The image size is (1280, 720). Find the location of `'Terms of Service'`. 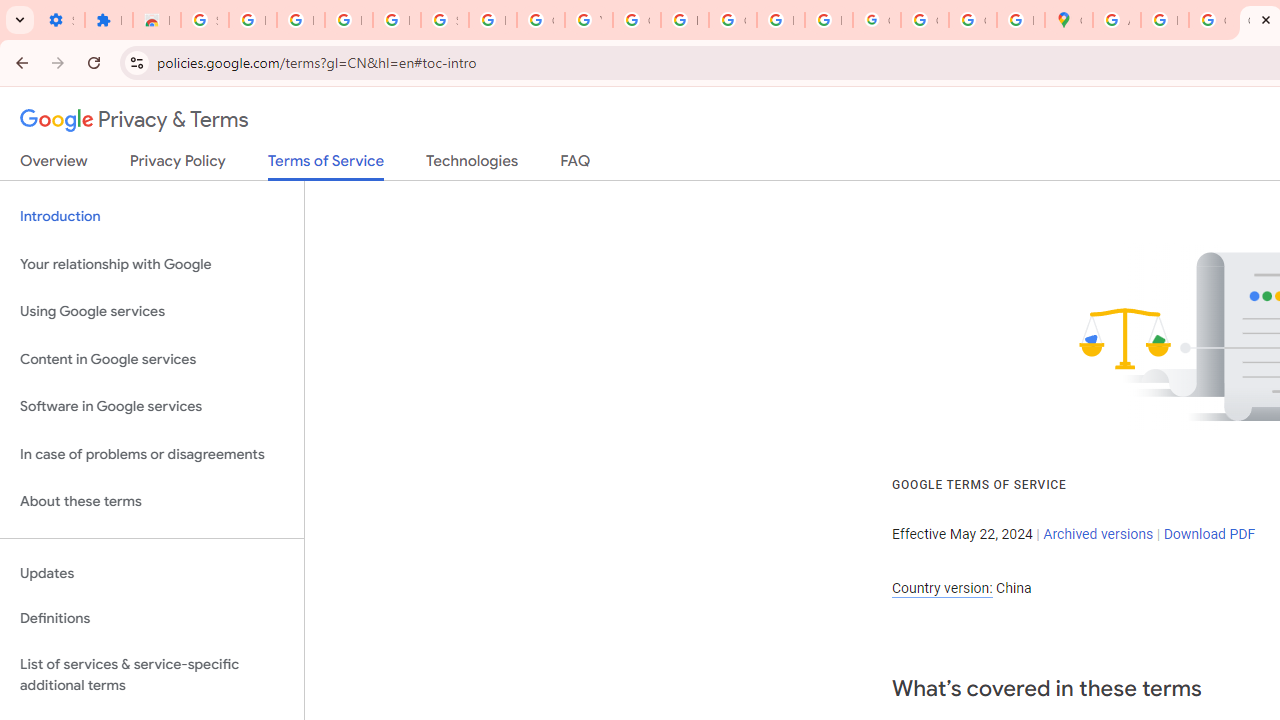

'Terms of Service' is located at coordinates (326, 165).